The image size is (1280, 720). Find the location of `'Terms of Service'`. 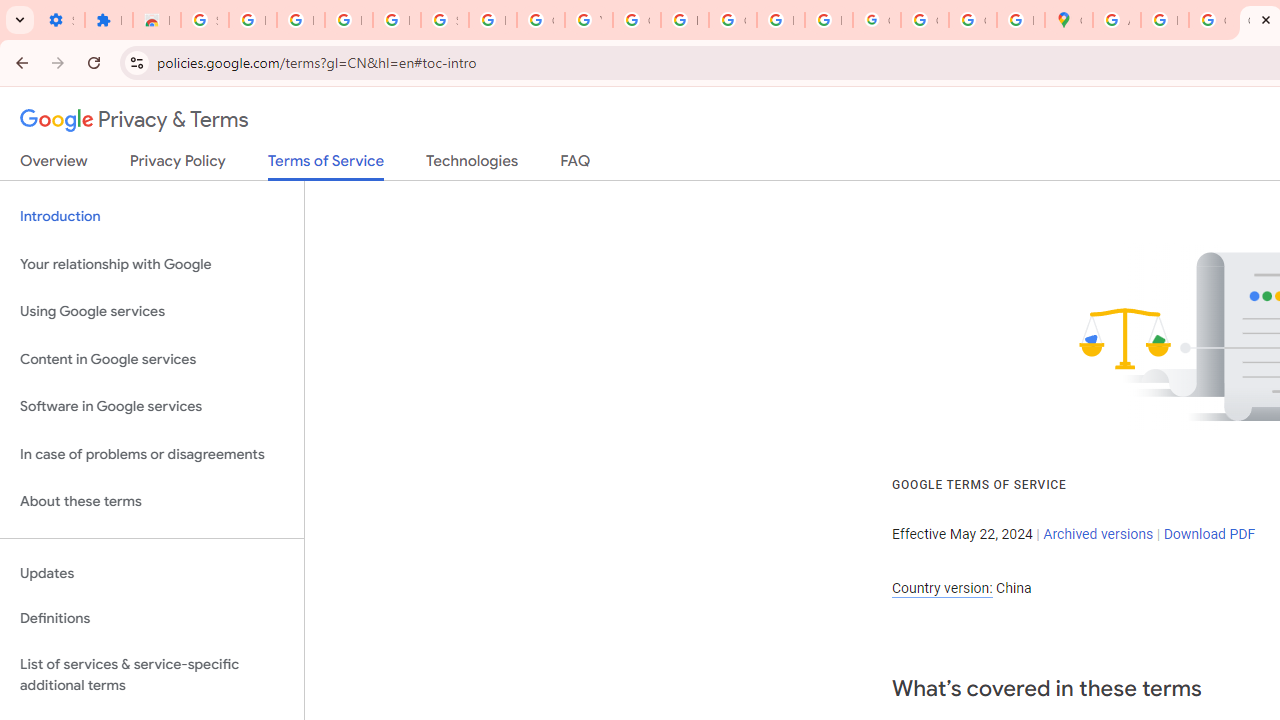

'Terms of Service' is located at coordinates (326, 165).